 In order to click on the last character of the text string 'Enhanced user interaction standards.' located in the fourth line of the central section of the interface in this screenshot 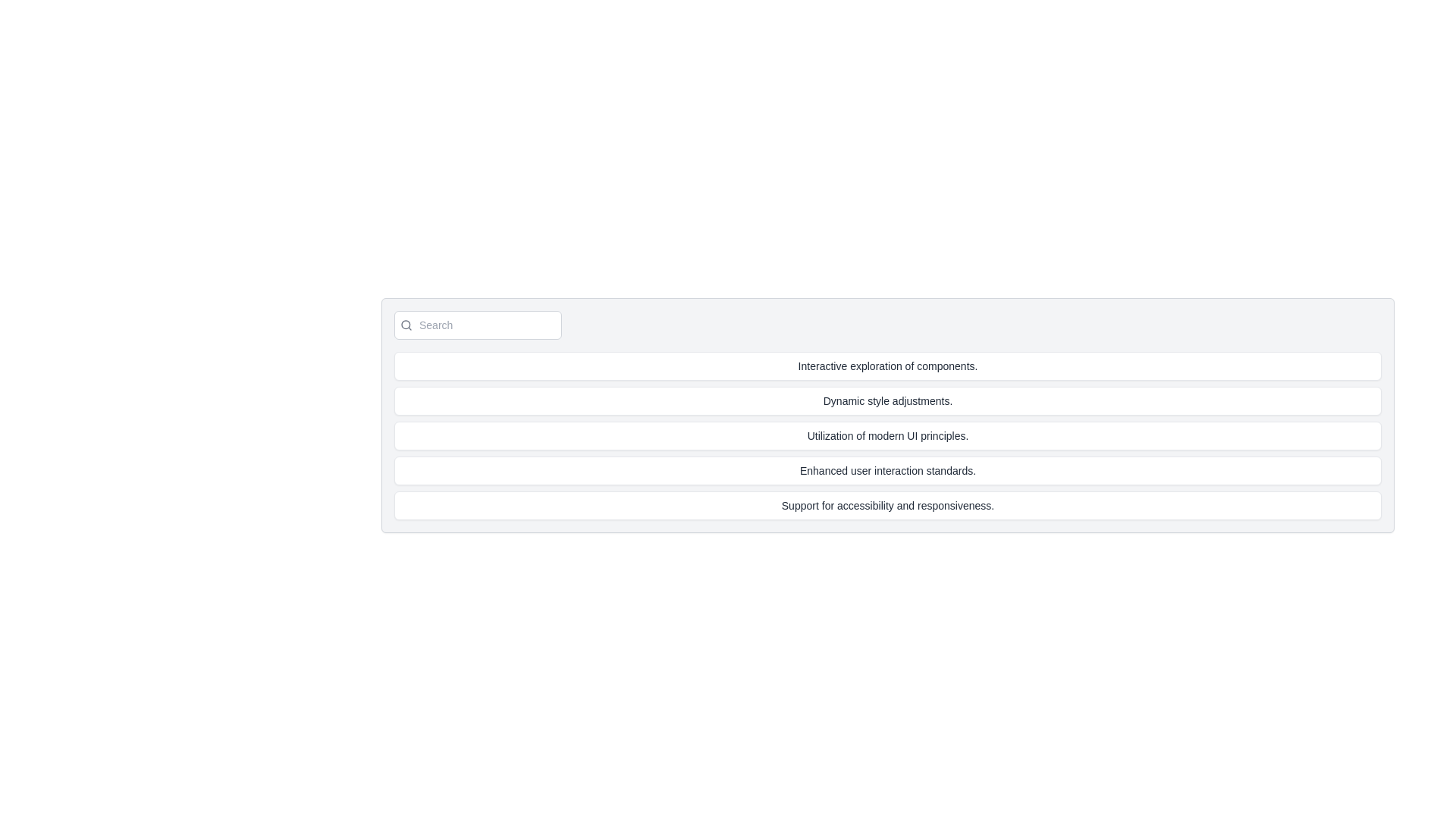, I will do `click(949, 470)`.